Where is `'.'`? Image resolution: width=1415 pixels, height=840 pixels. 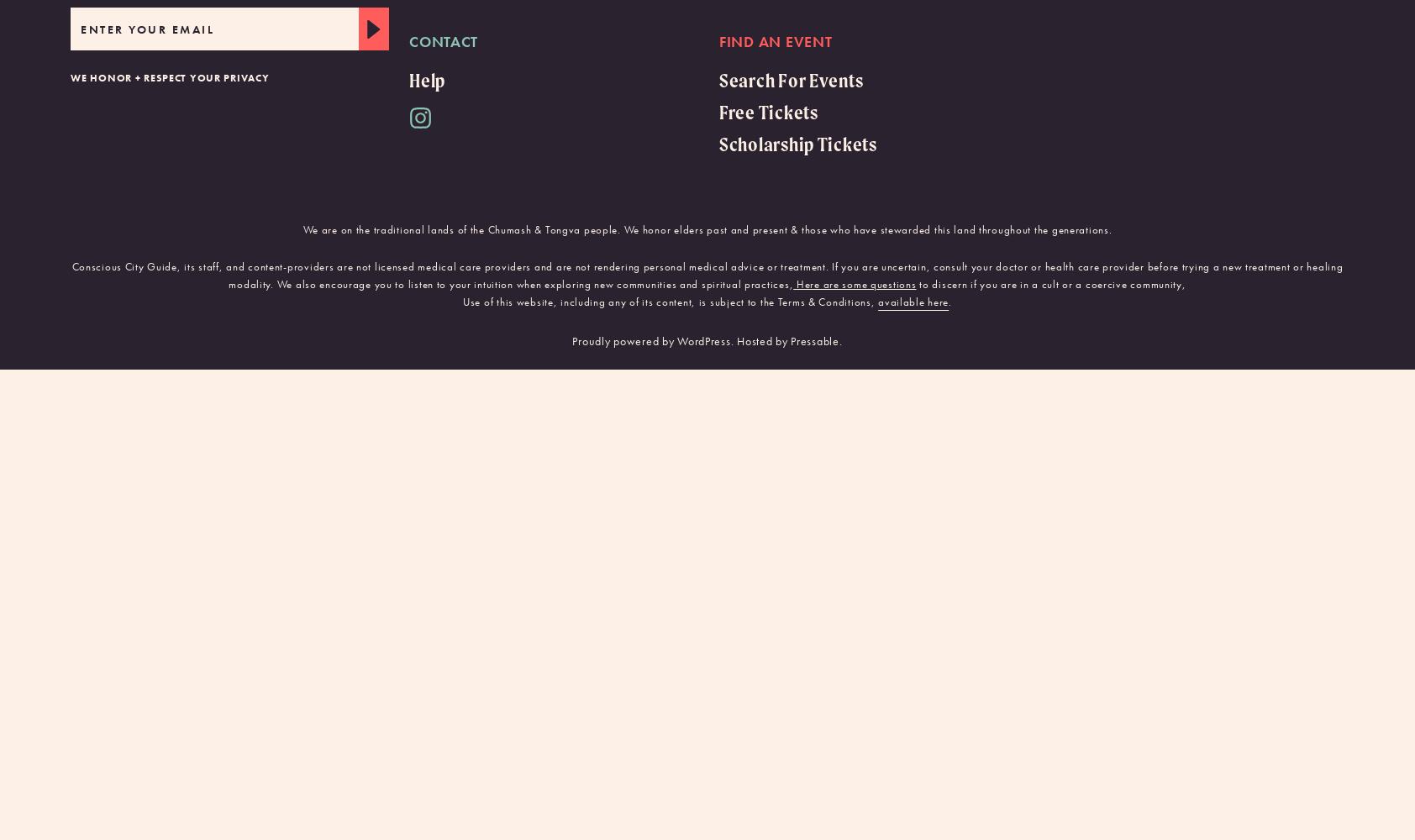 '.' is located at coordinates (949, 301).